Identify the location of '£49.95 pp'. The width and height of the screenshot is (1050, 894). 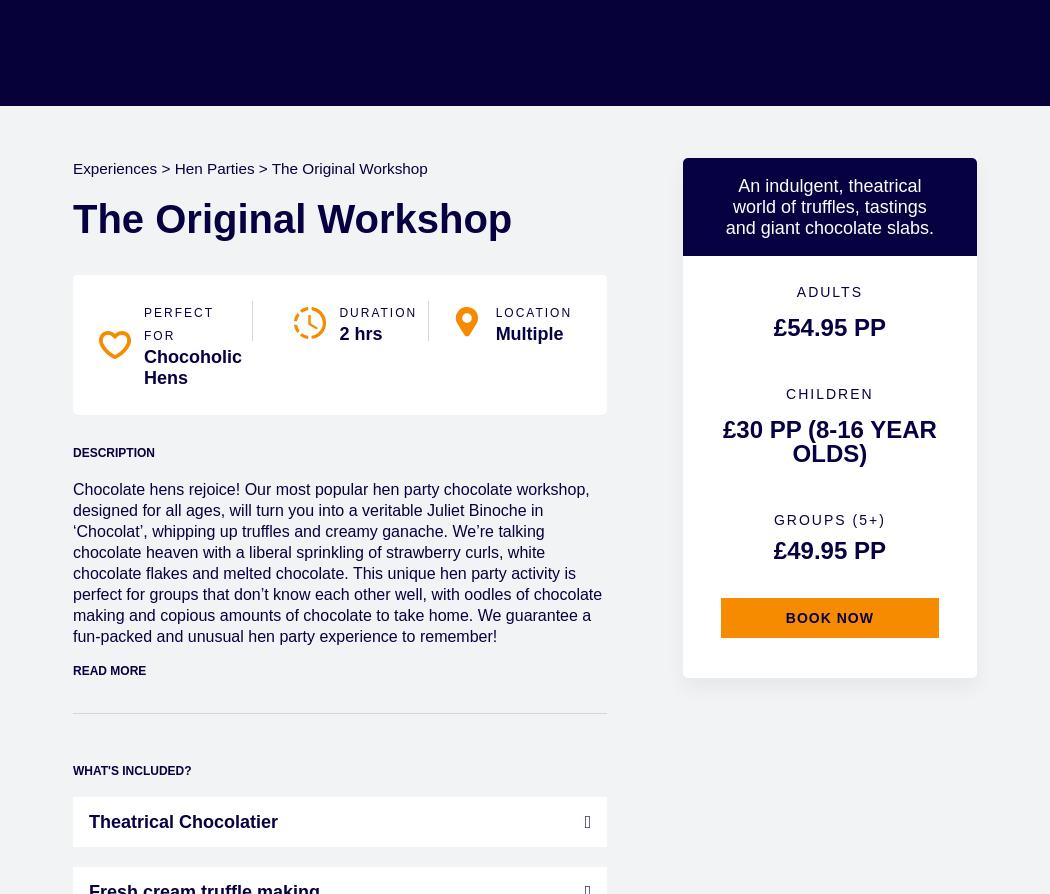
(828, 550).